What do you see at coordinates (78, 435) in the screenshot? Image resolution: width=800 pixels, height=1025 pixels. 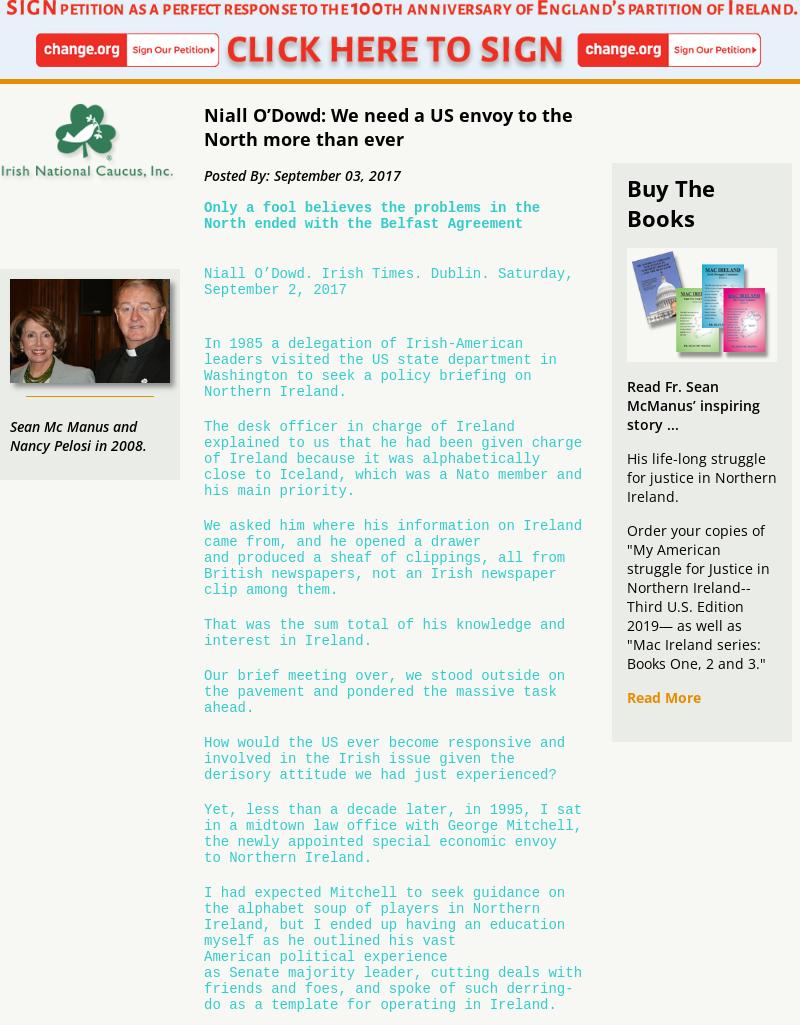 I see `'Sean Mc Manus and Nancy Pelosi in 2008.'` at bounding box center [78, 435].